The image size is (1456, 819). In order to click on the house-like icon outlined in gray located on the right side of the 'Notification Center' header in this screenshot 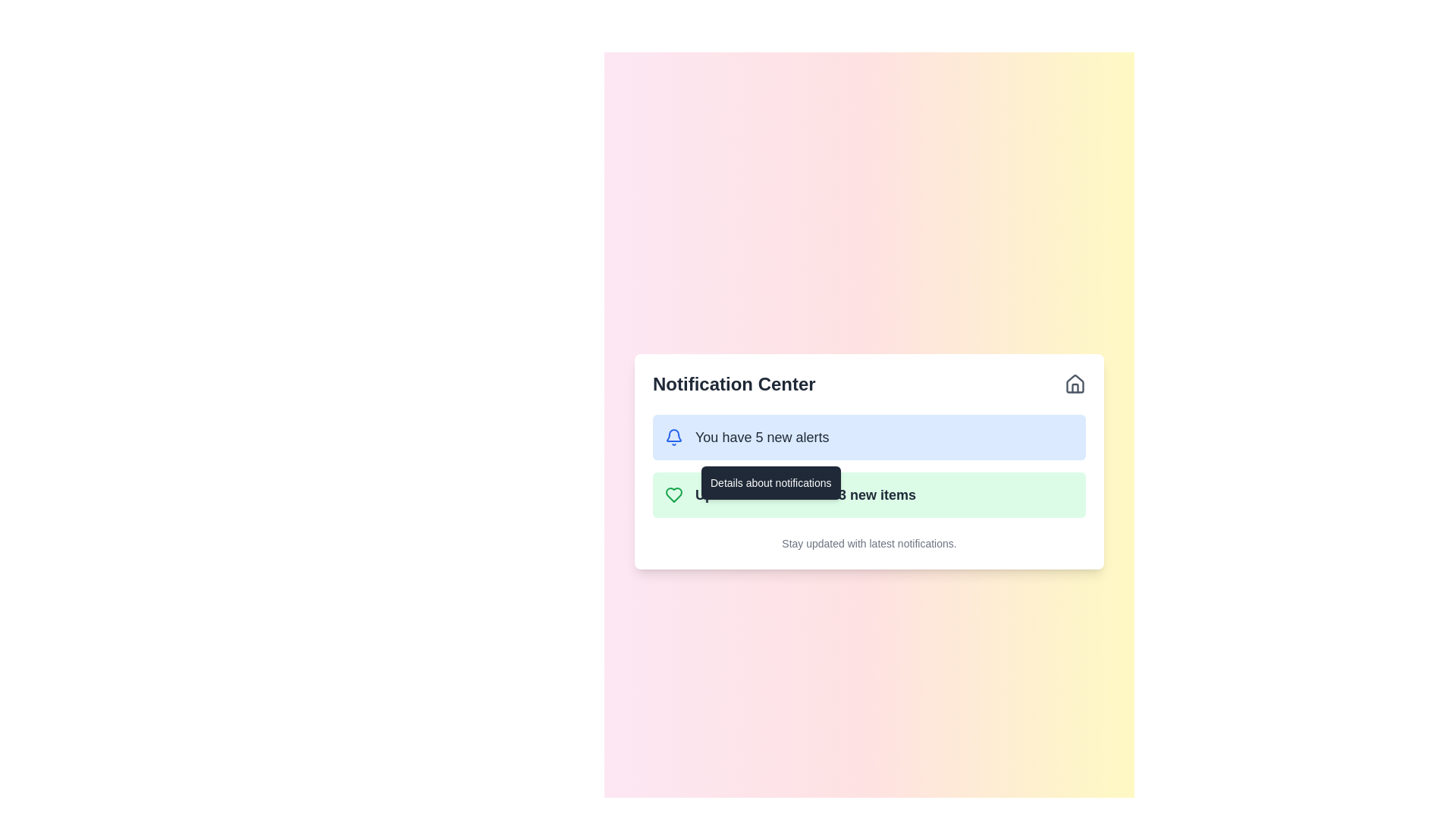, I will do `click(1074, 383)`.